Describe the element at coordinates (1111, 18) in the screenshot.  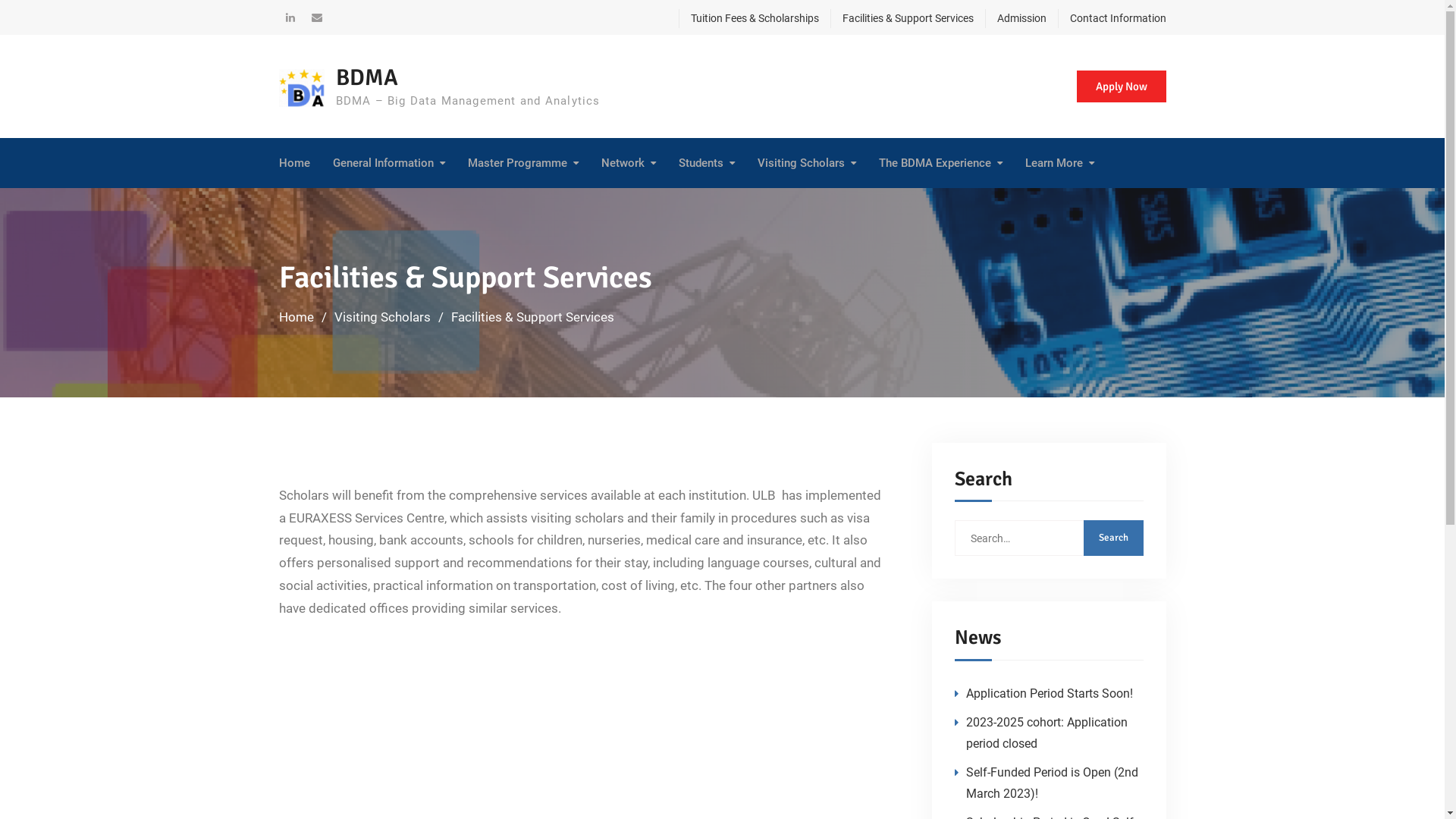
I see `'Contact Information'` at that location.